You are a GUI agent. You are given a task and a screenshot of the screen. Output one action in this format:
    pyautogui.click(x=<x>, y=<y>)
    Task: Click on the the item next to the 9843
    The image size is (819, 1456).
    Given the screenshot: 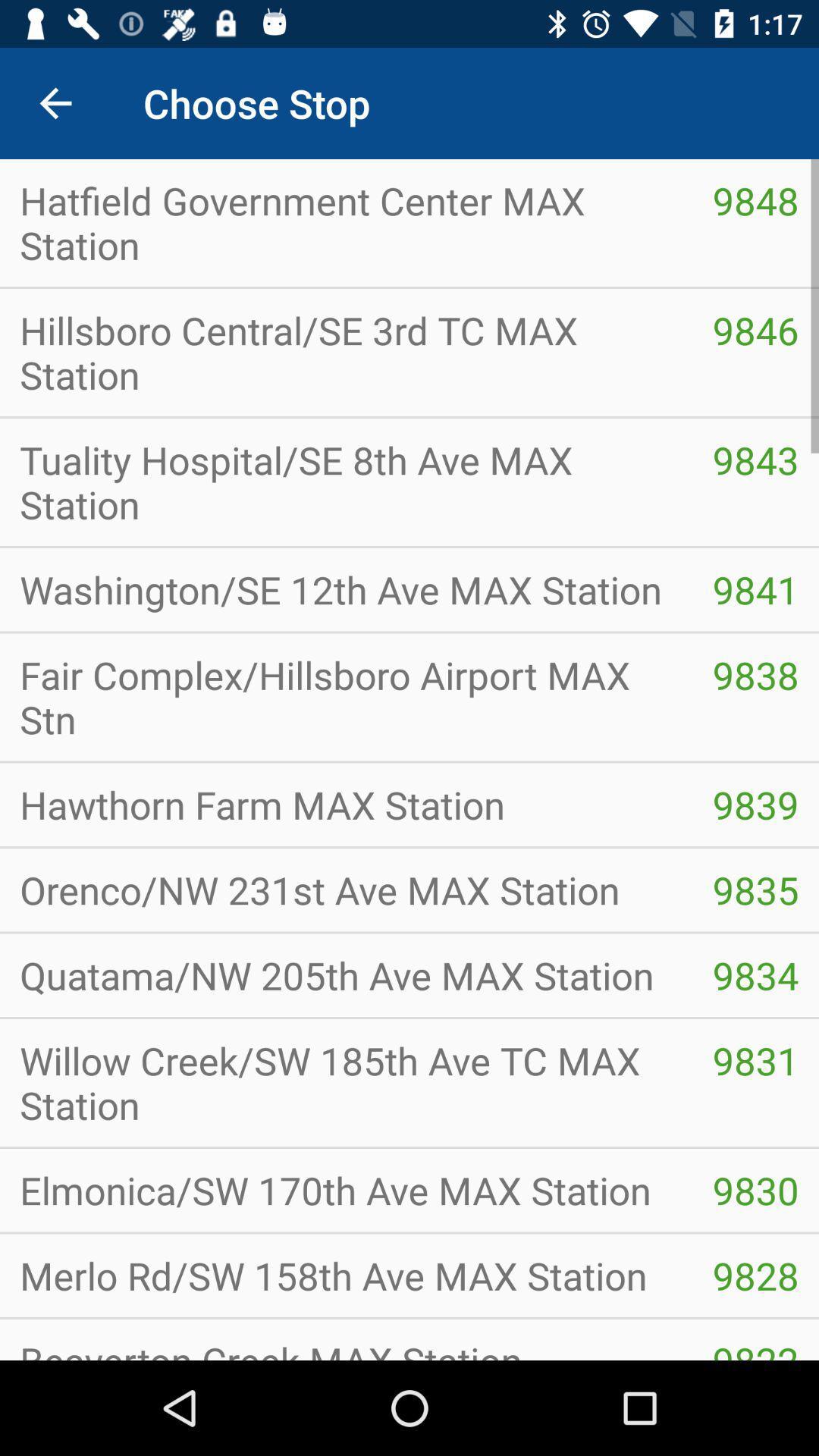 What is the action you would take?
    pyautogui.click(x=346, y=481)
    